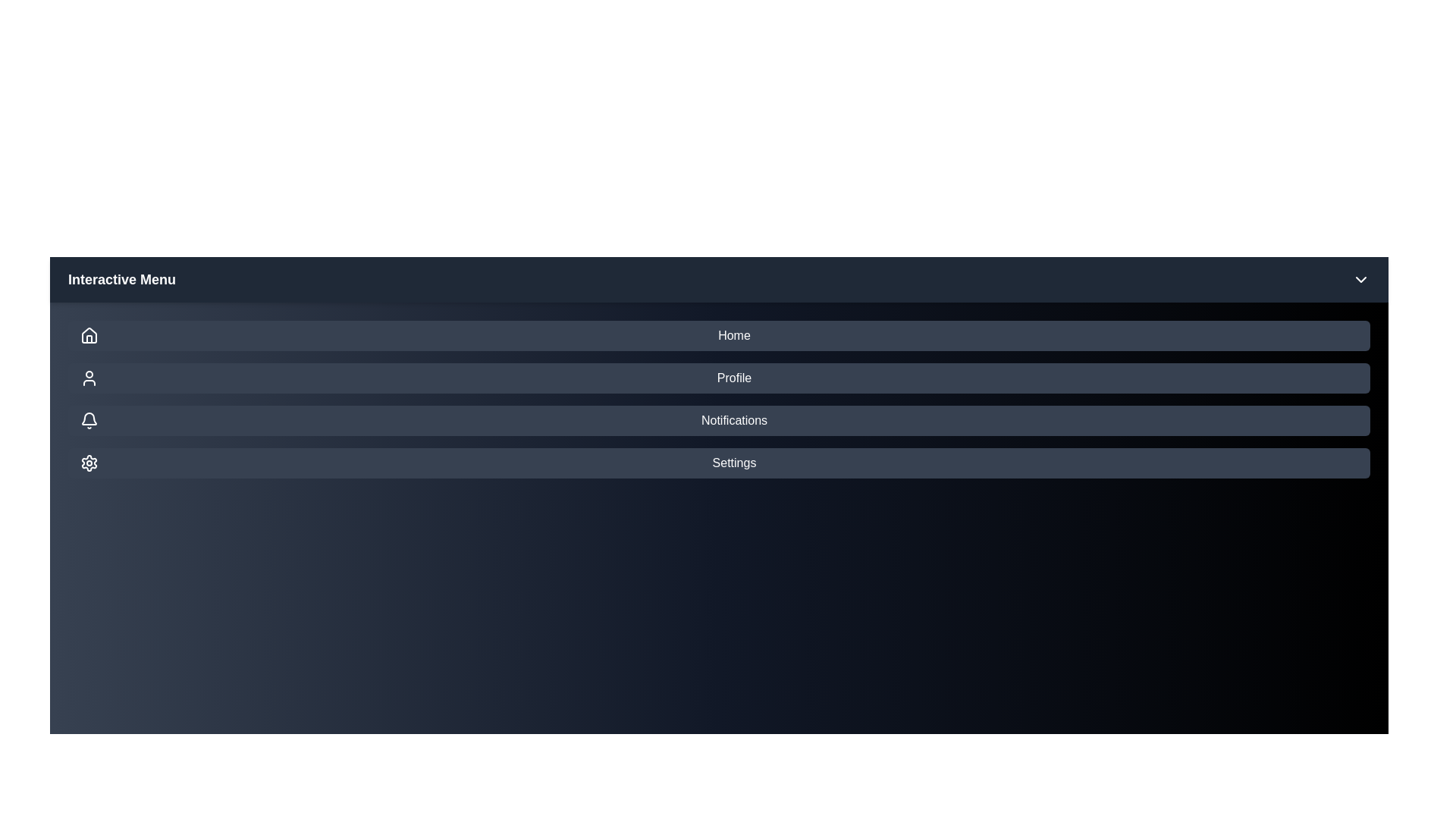  What do you see at coordinates (718, 462) in the screenshot?
I see `the menu item Settings` at bounding box center [718, 462].